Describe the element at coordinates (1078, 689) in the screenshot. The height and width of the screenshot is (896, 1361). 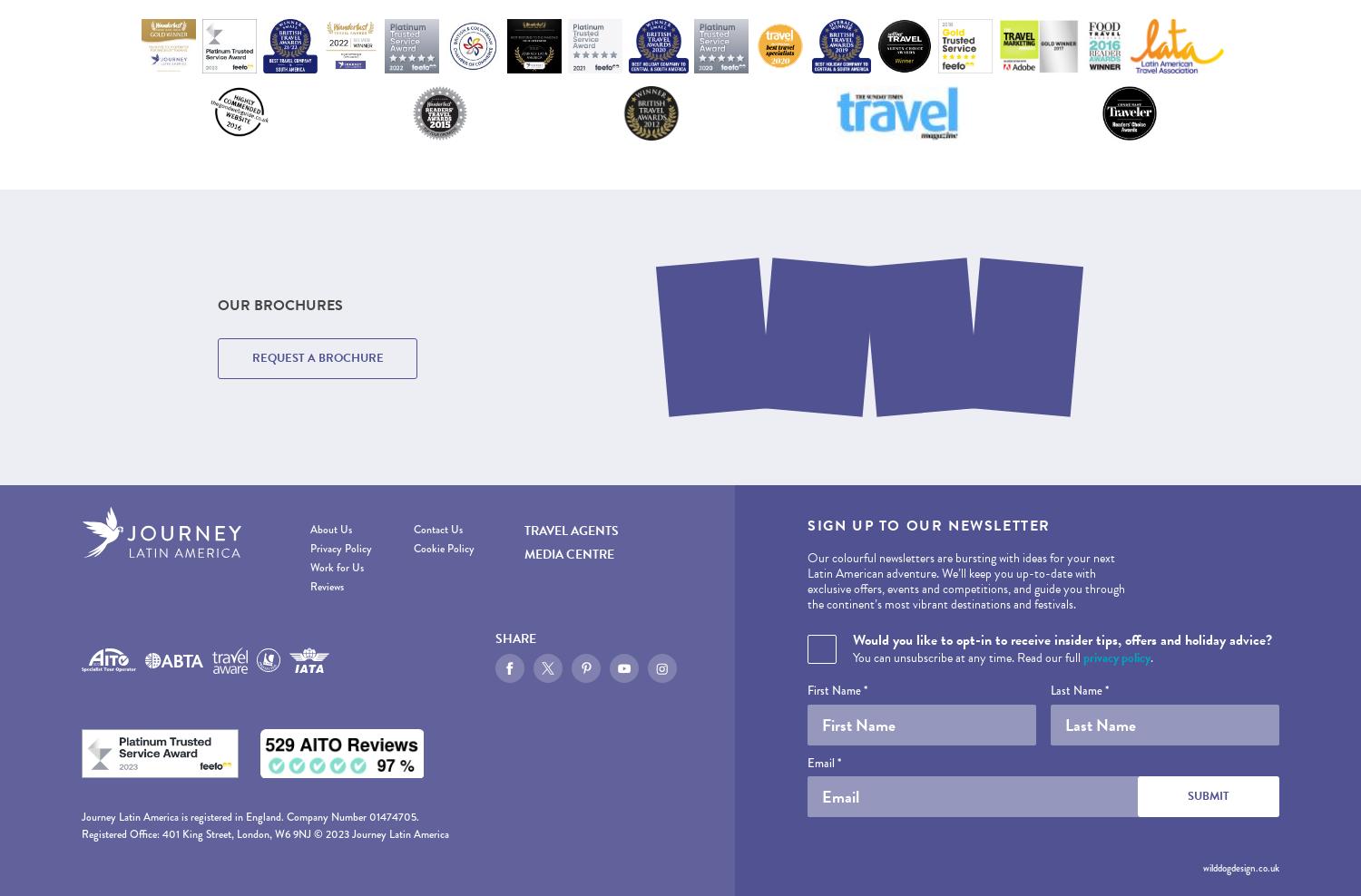
I see `'Last Name *'` at that location.